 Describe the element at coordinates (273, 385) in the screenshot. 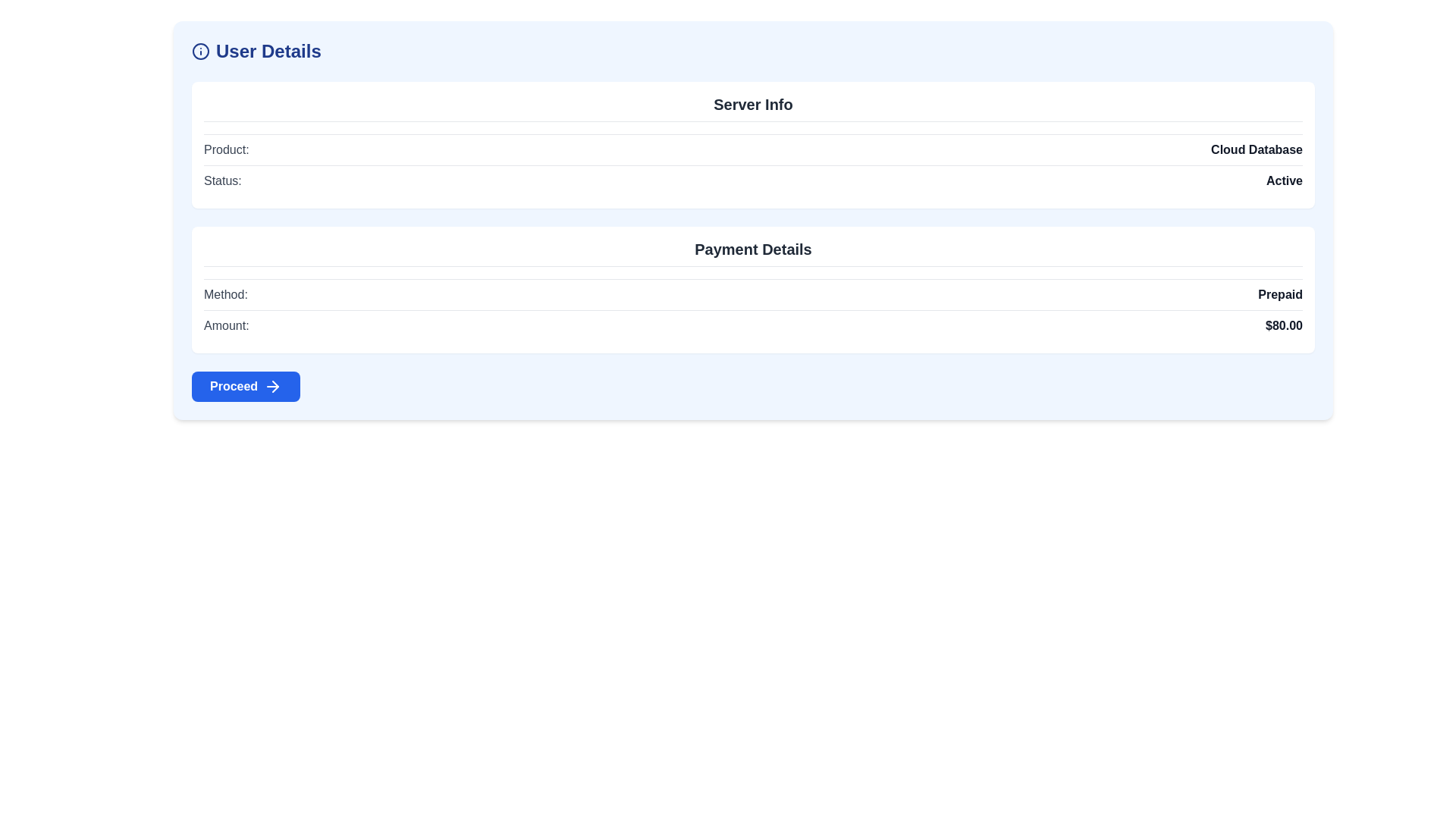

I see `the graphical arrow icon pointing towards the right, which is located inside the blue button labeled 'Proceed' at the bottom left of the interface` at that location.